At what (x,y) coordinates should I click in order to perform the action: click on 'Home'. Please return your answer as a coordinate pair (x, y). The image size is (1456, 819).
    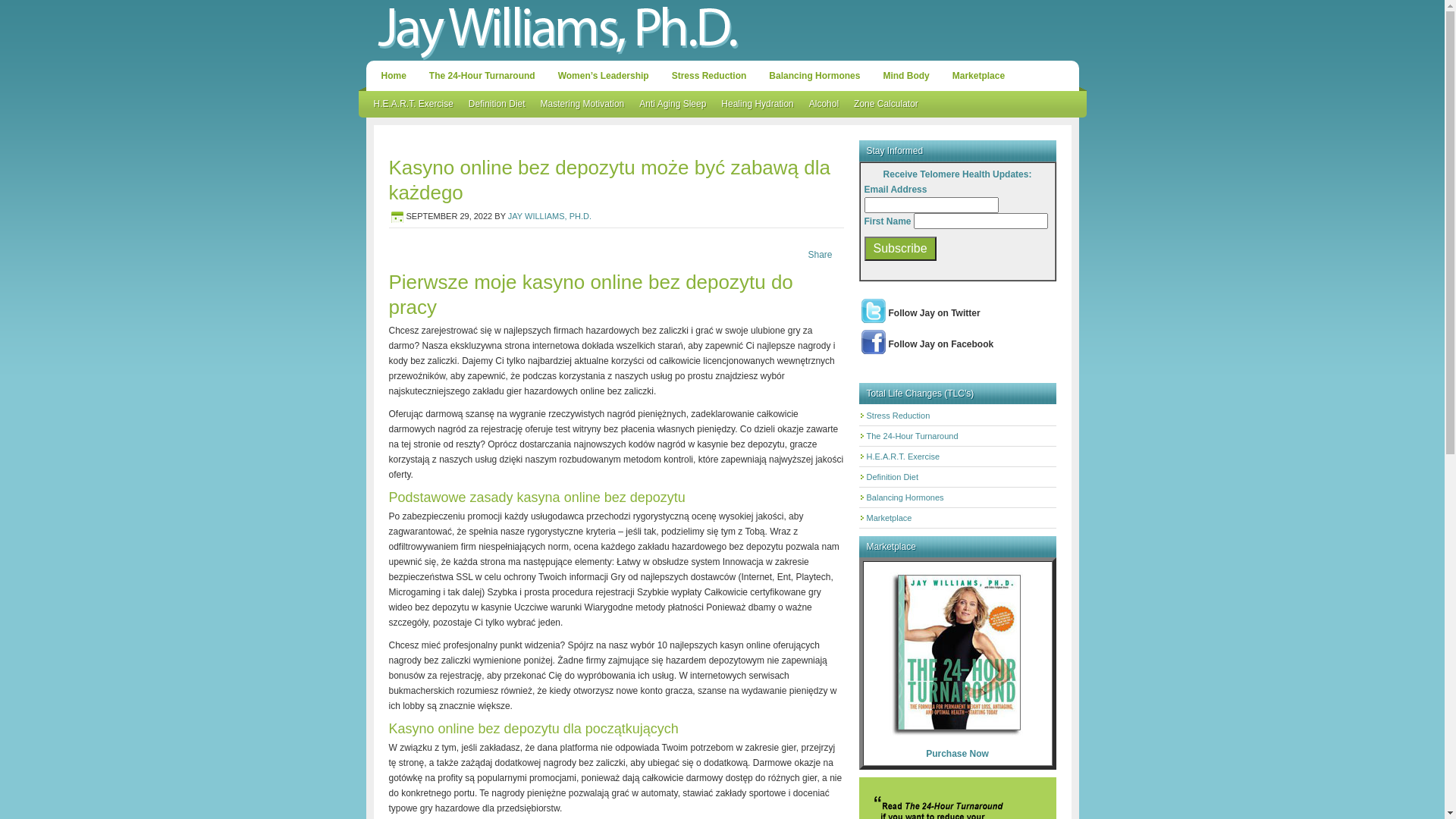
    Looking at the image, I should click on (393, 76).